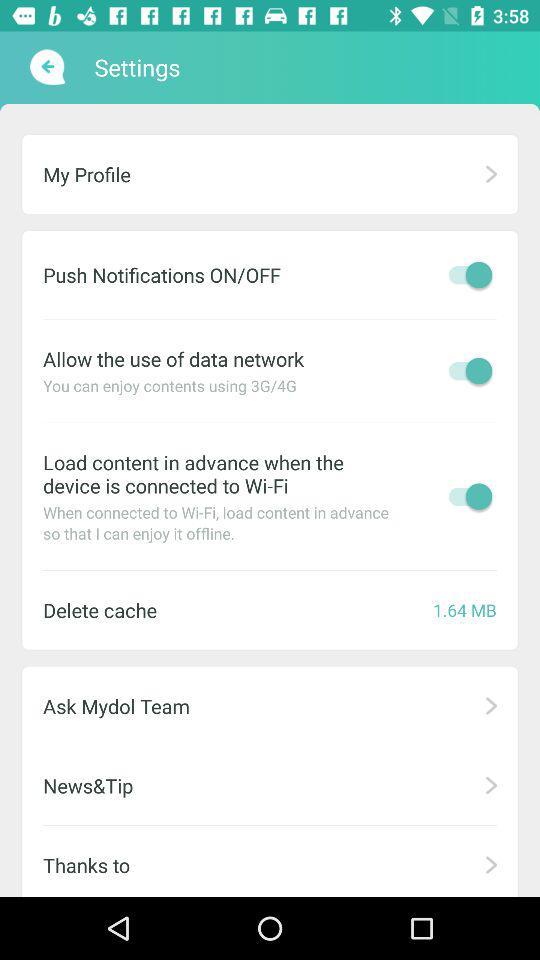 The height and width of the screenshot is (960, 540). I want to click on the item next to the settings item, so click(45, 67).